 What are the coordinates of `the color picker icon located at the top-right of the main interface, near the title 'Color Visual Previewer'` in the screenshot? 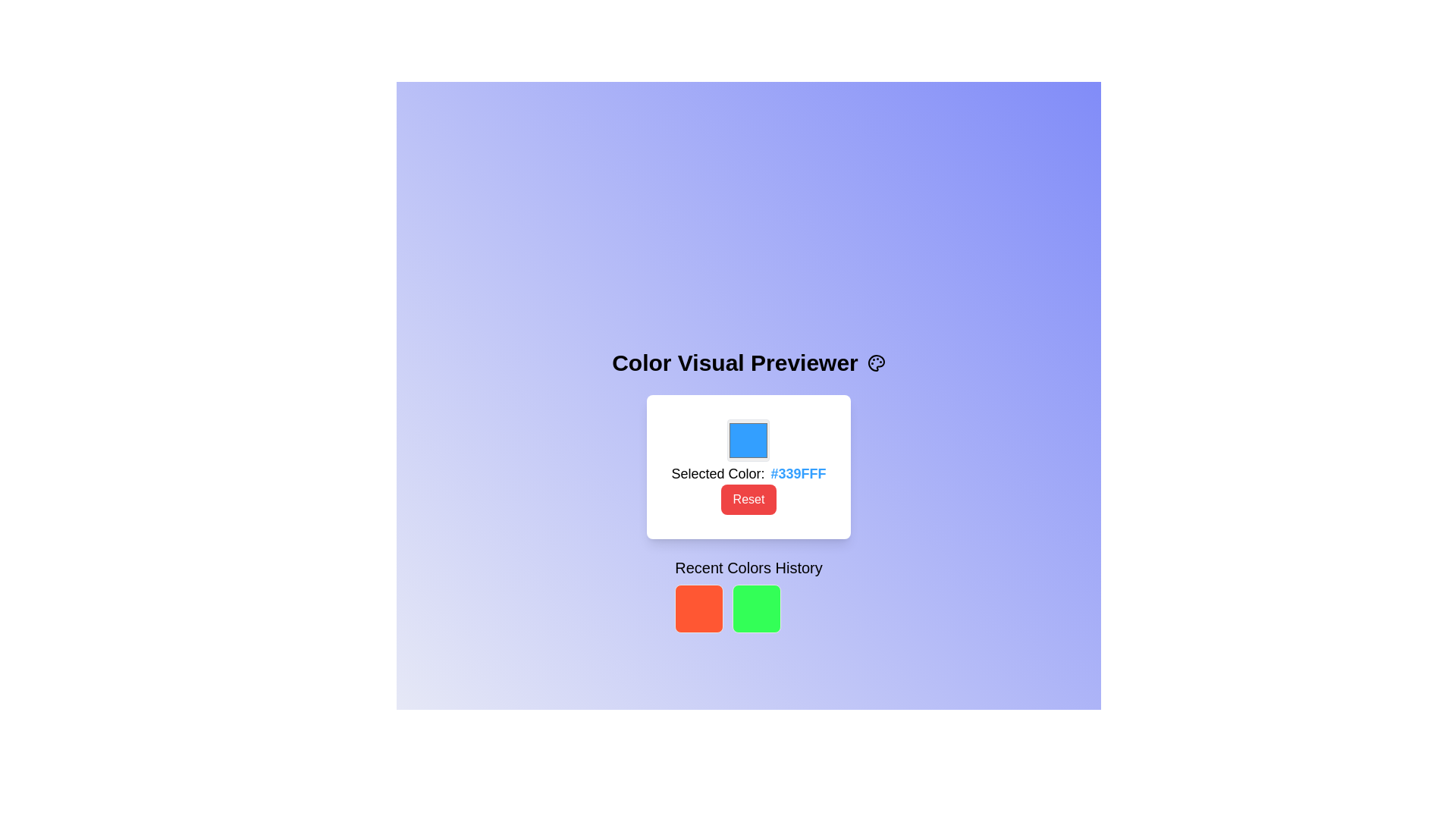 It's located at (876, 362).